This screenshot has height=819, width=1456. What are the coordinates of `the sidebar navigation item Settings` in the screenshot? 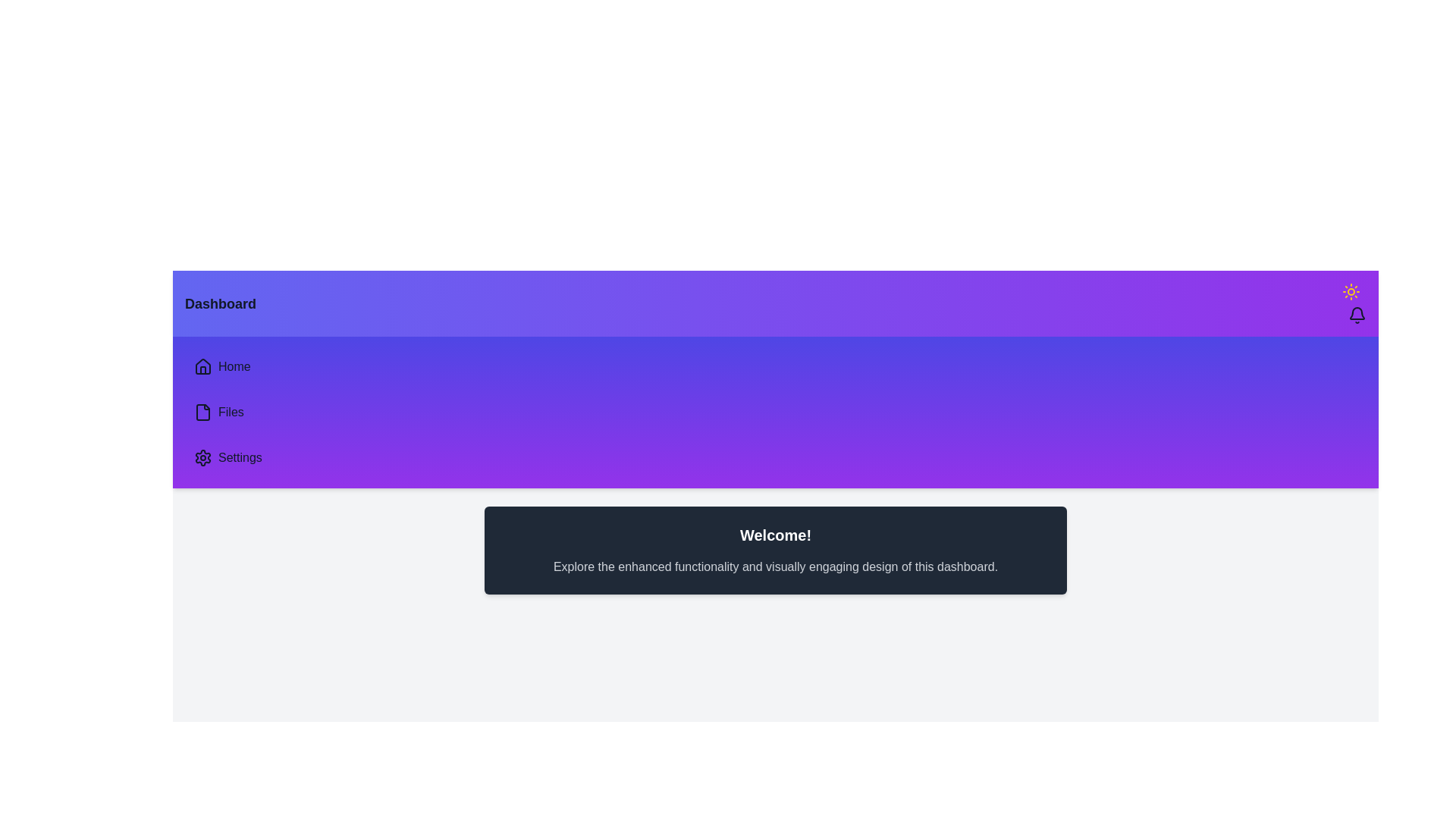 It's located at (184, 457).